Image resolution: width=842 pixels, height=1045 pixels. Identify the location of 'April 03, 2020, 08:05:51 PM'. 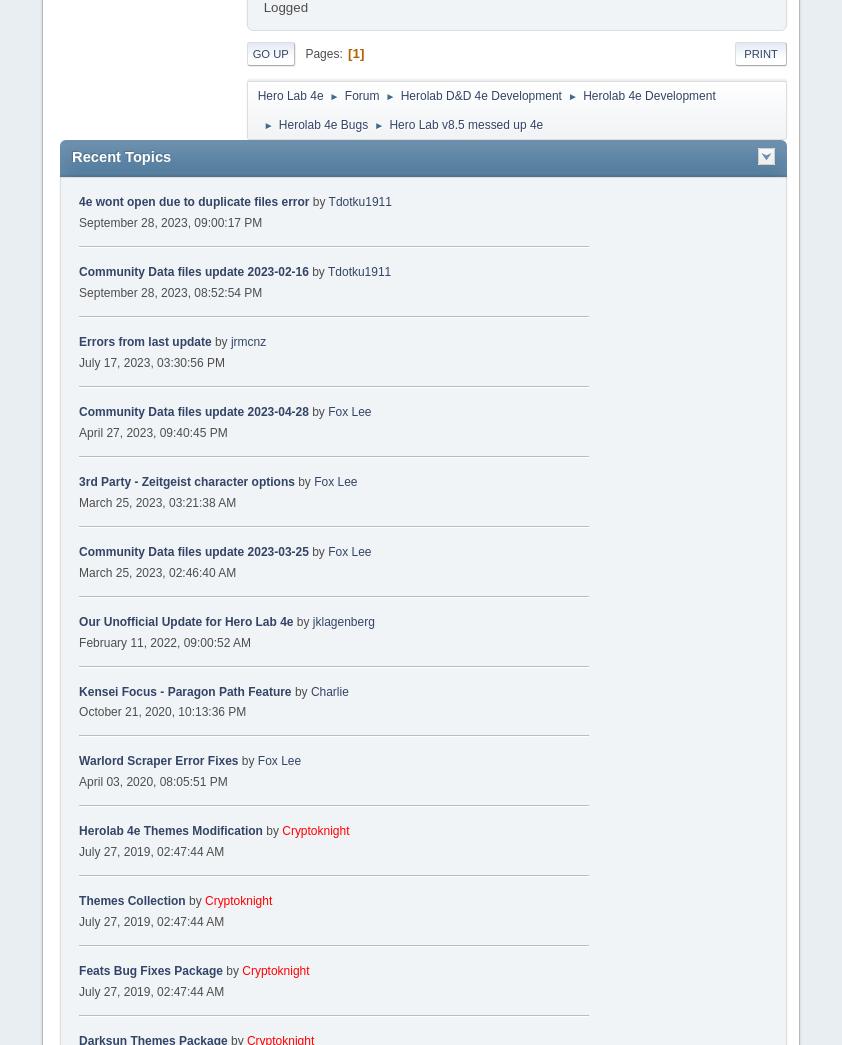
(151, 781).